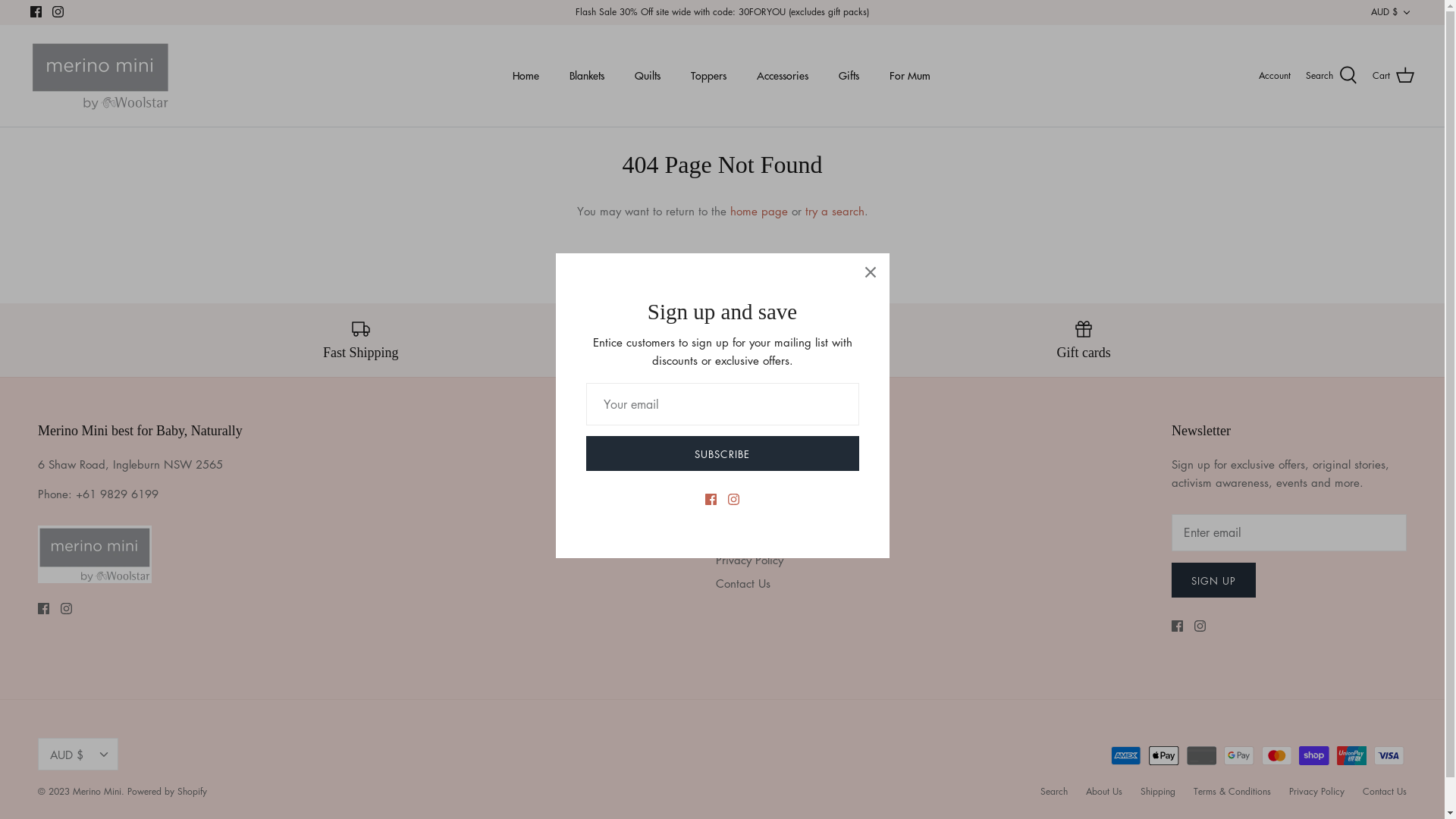 The image size is (1456, 819). I want to click on 'Home', so click(498, 75).